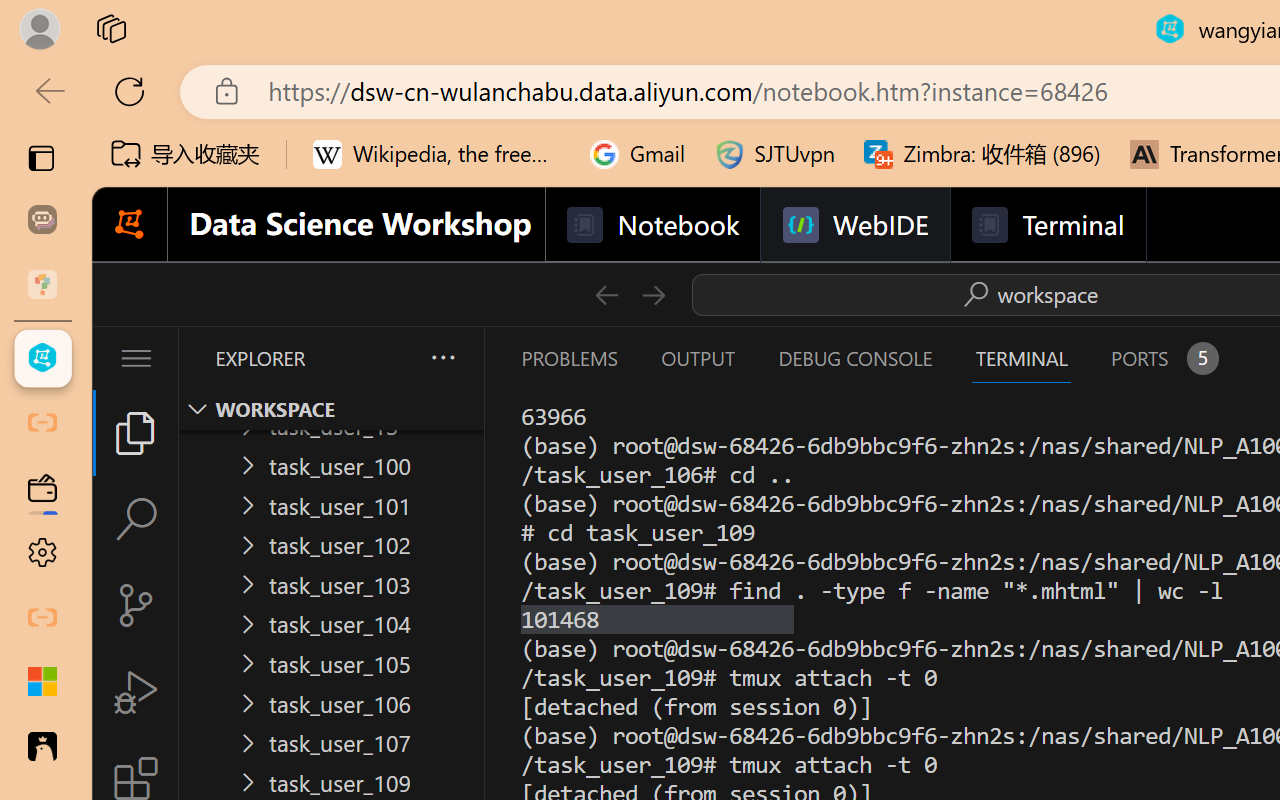  I want to click on 'Gmail', so click(637, 154).